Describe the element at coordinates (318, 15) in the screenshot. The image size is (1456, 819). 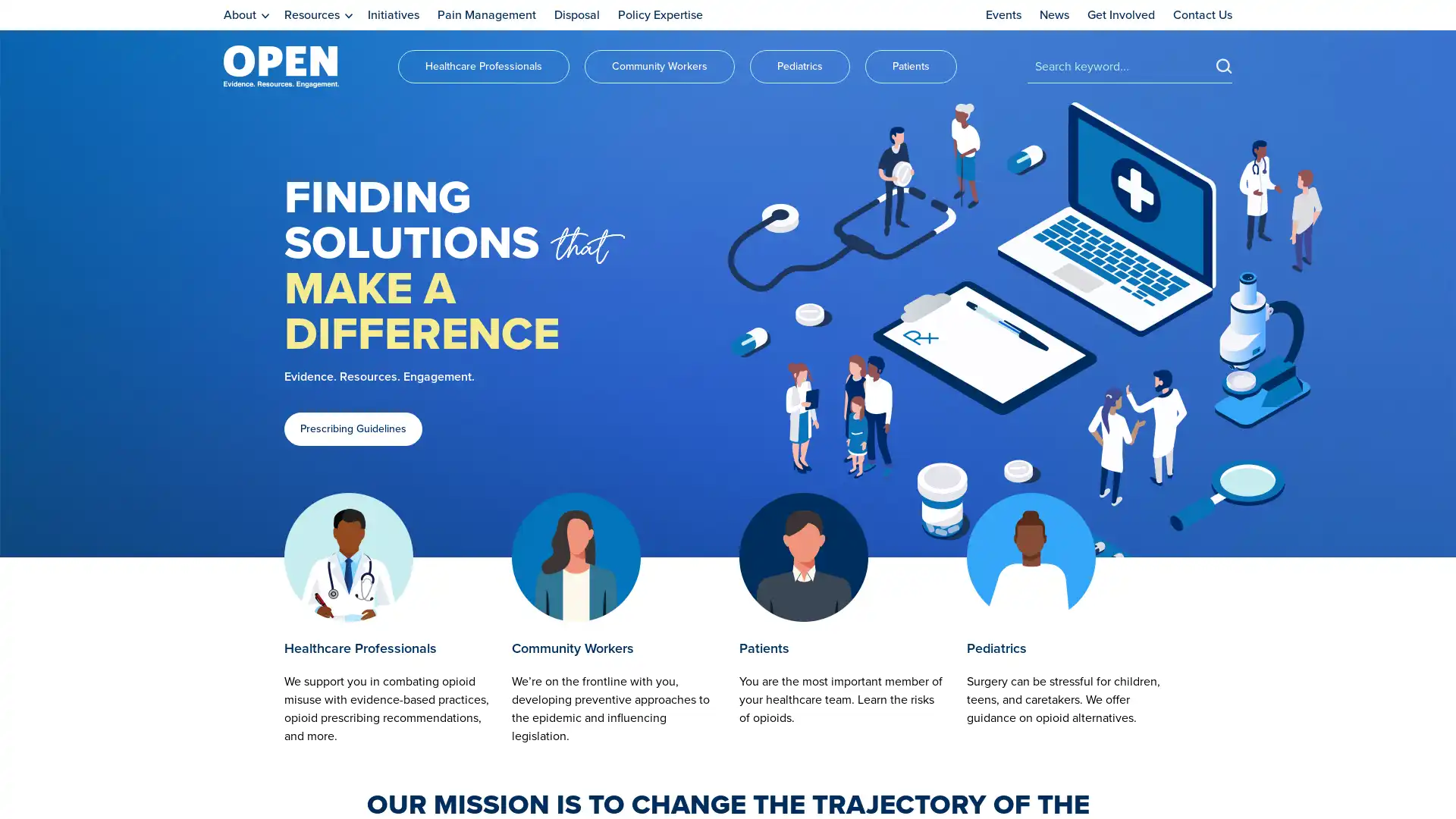
I see `Resources` at that location.